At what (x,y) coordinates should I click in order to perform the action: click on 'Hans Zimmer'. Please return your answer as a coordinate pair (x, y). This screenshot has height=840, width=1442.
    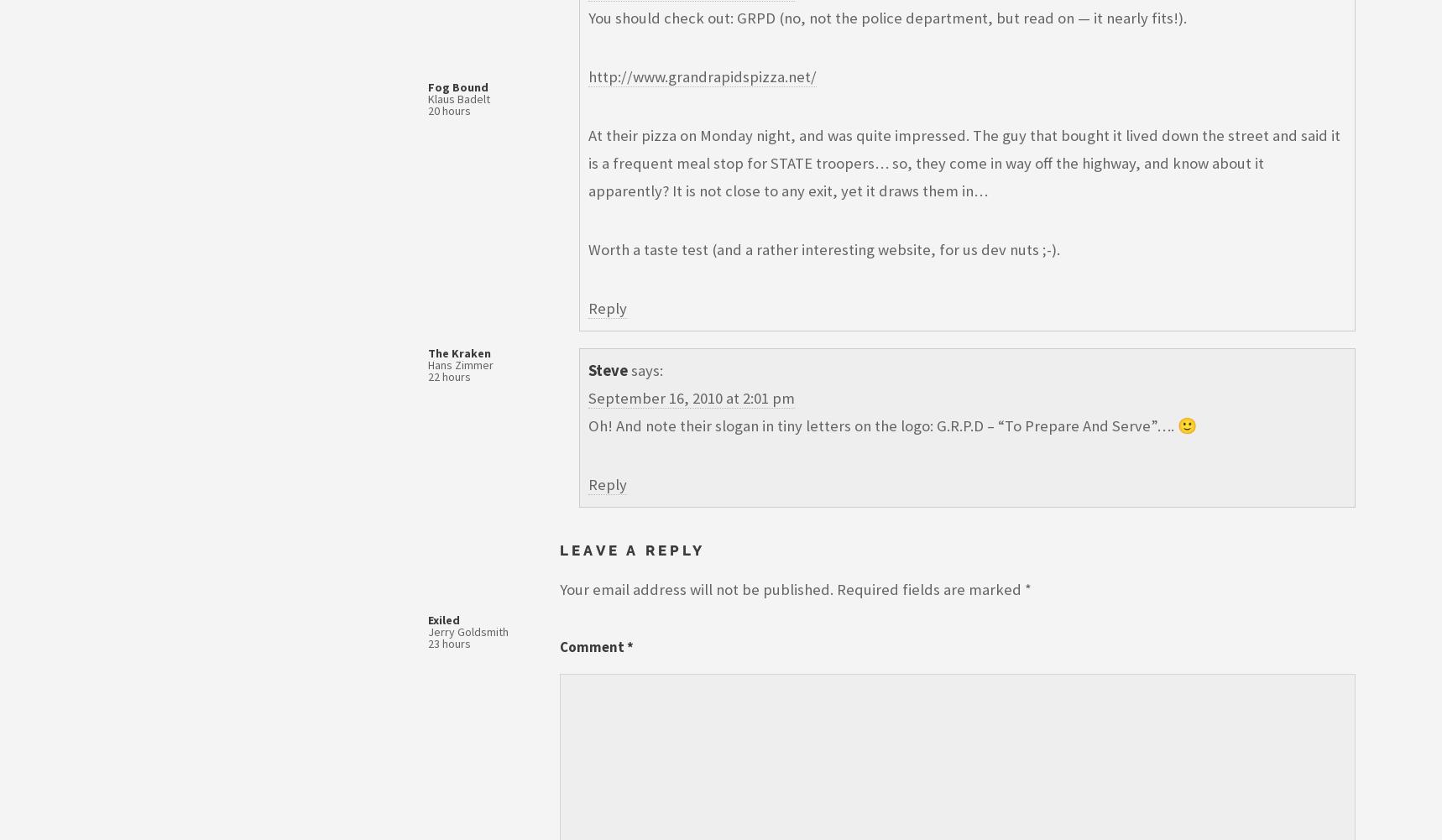
    Looking at the image, I should click on (460, 365).